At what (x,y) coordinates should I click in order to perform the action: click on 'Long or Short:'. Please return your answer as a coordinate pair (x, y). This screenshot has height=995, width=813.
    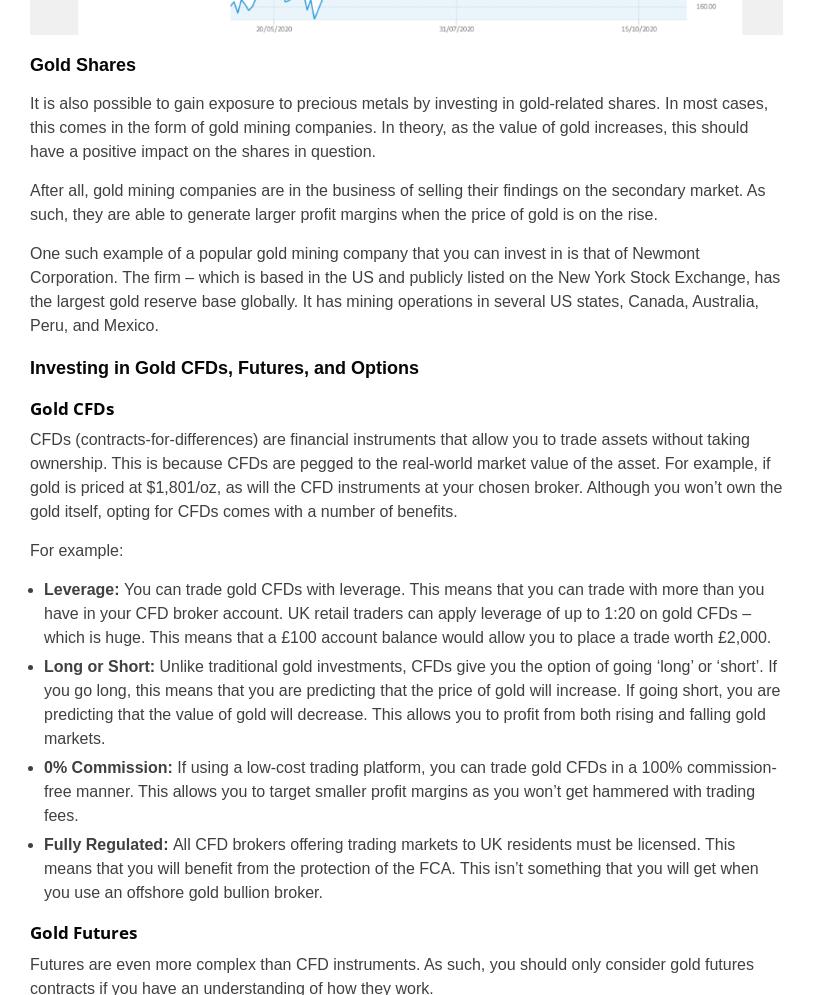
    Looking at the image, I should click on (100, 665).